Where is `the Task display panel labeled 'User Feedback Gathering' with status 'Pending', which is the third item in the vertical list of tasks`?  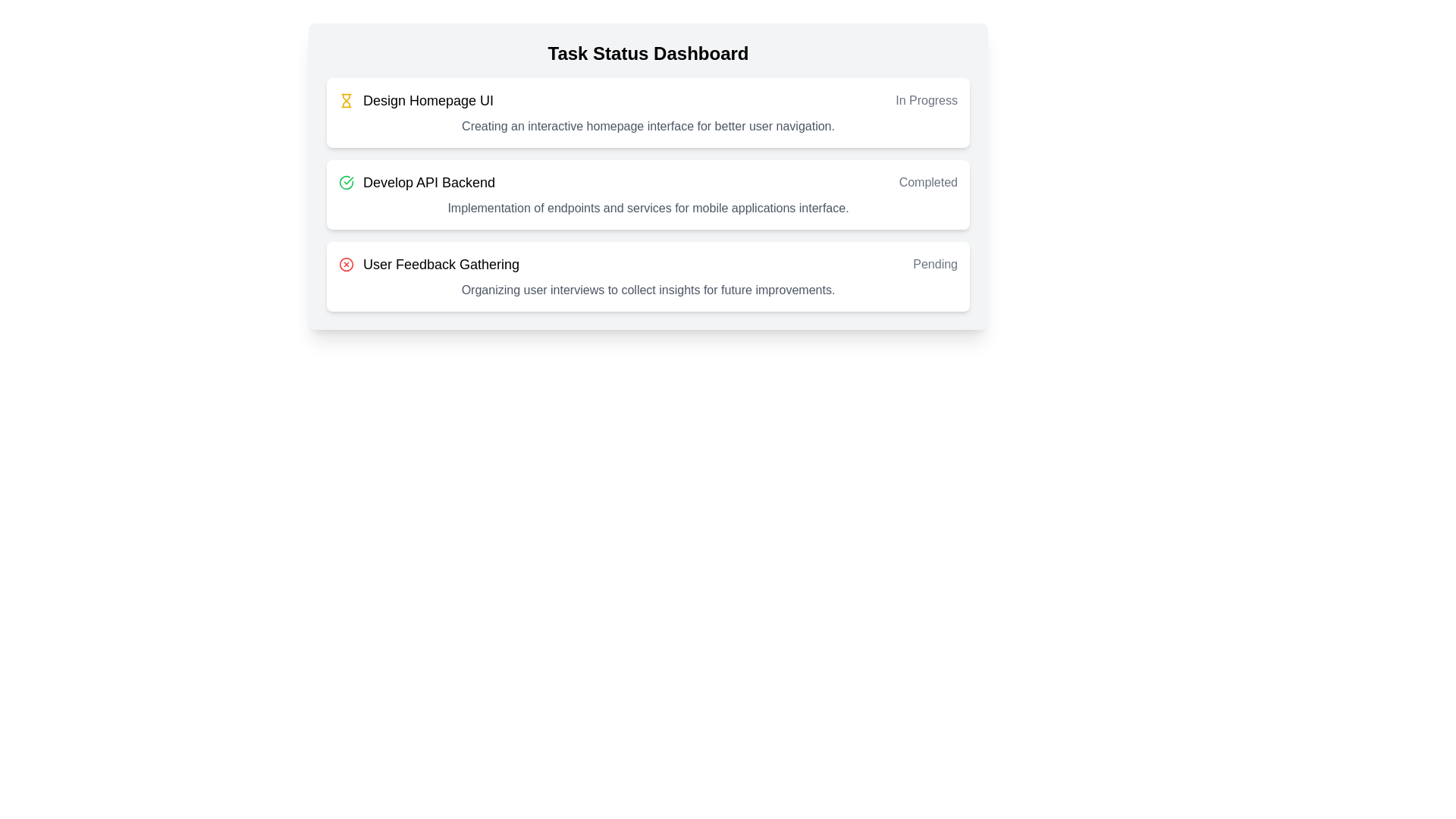 the Task display panel labeled 'User Feedback Gathering' with status 'Pending', which is the third item in the vertical list of tasks is located at coordinates (648, 263).